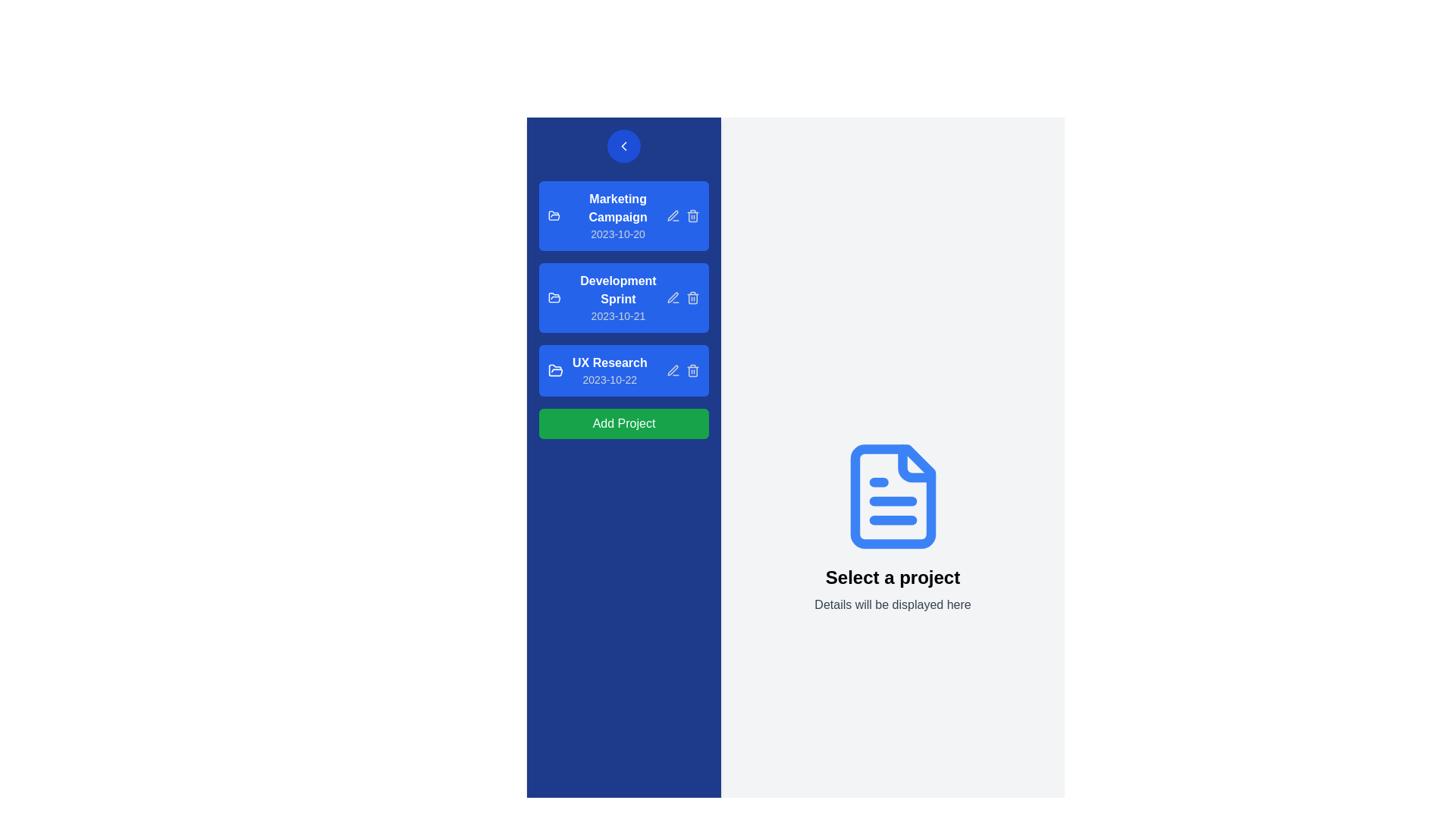  What do you see at coordinates (618, 216) in the screenshot?
I see `the Text Label displaying 'Marketing Campaign' in bold font, which is positioned above 'Development Sprint' and below the back navigation button` at bounding box center [618, 216].